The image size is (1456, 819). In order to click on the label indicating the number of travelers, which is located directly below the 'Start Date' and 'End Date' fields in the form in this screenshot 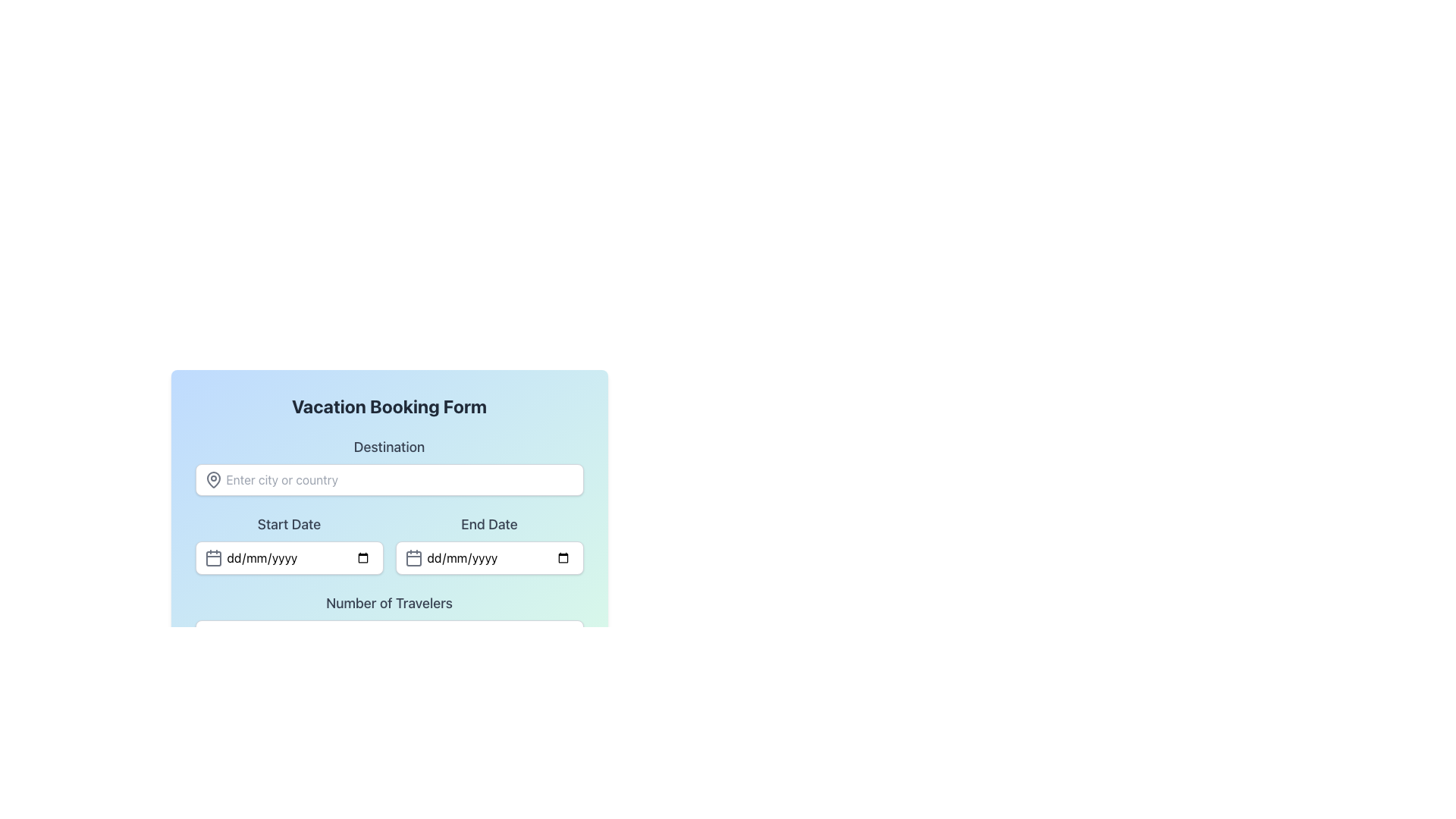, I will do `click(389, 602)`.